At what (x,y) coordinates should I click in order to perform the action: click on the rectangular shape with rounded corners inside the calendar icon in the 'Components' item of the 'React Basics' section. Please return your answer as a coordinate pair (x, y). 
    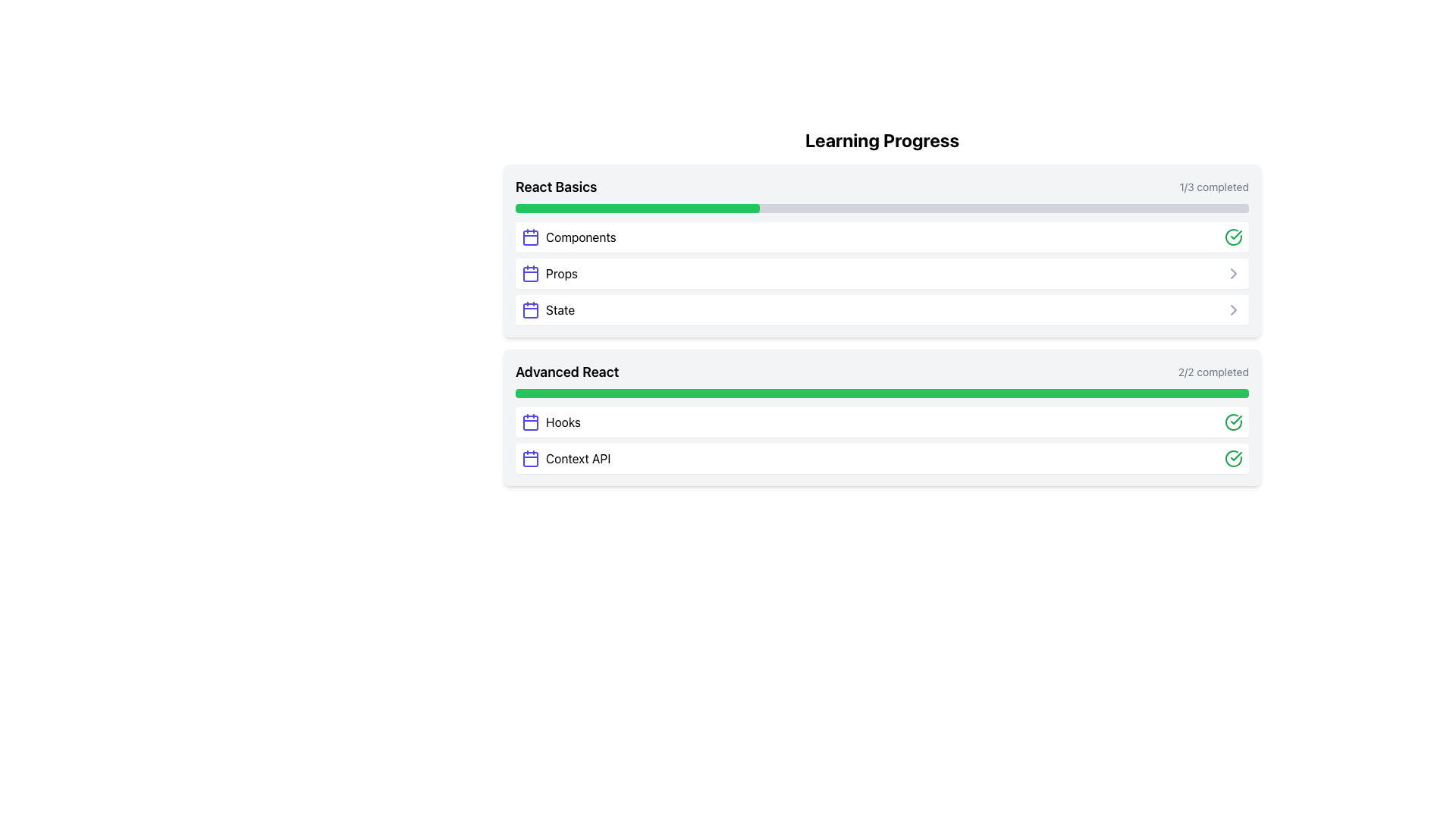
    Looking at the image, I should click on (531, 237).